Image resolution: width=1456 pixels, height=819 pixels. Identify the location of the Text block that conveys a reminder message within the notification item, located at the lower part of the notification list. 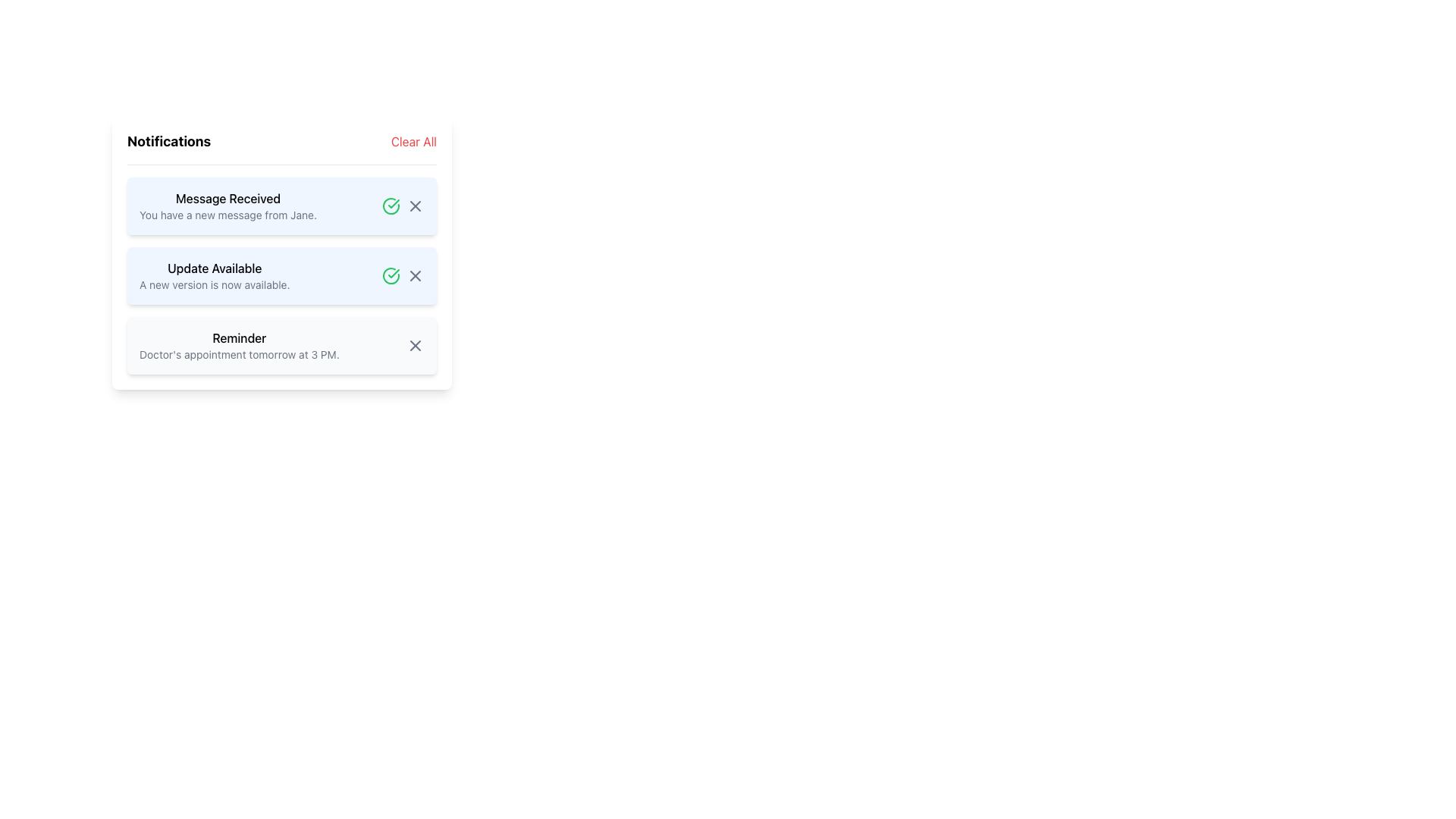
(238, 345).